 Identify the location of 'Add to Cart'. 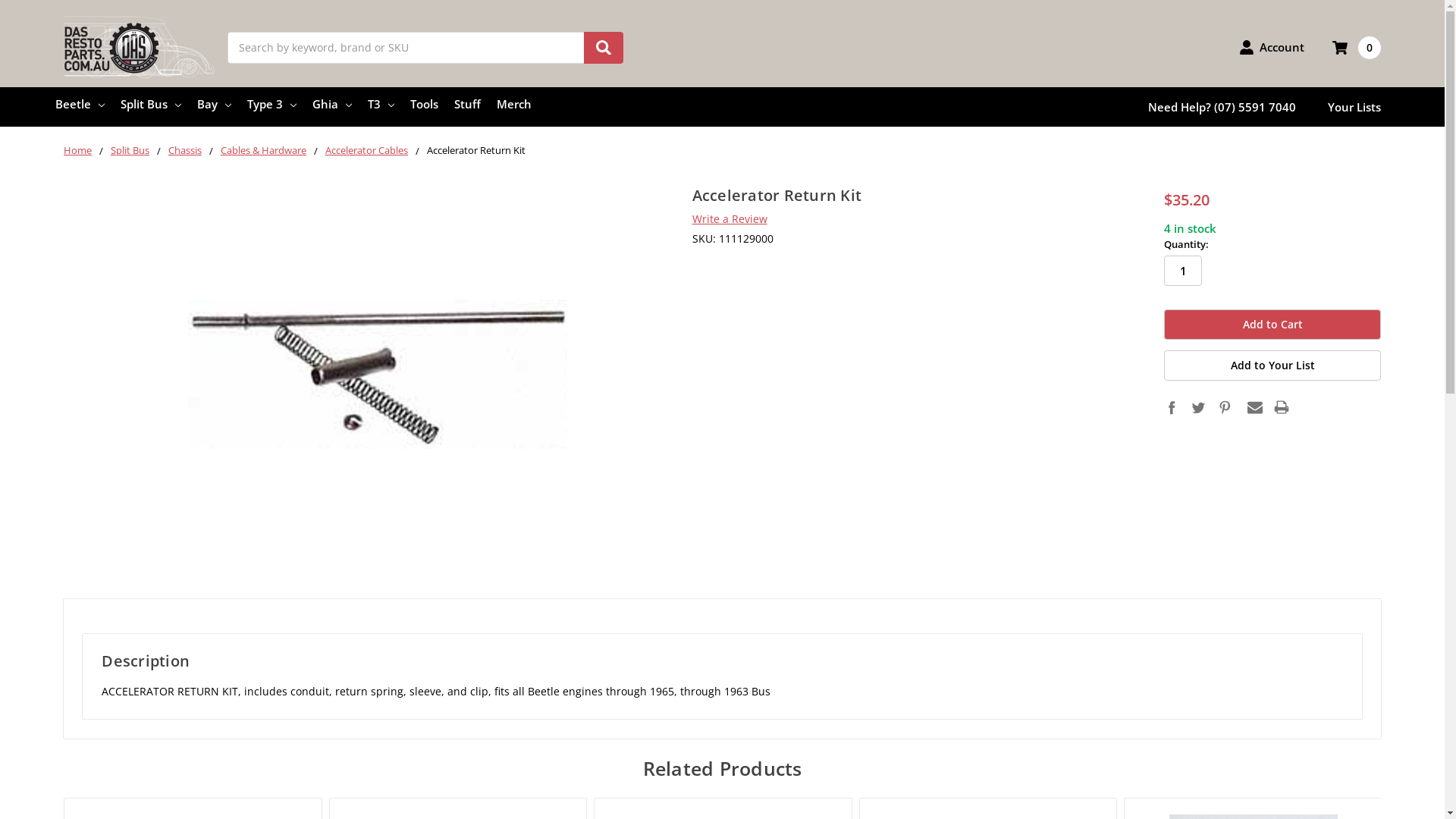
(1272, 324).